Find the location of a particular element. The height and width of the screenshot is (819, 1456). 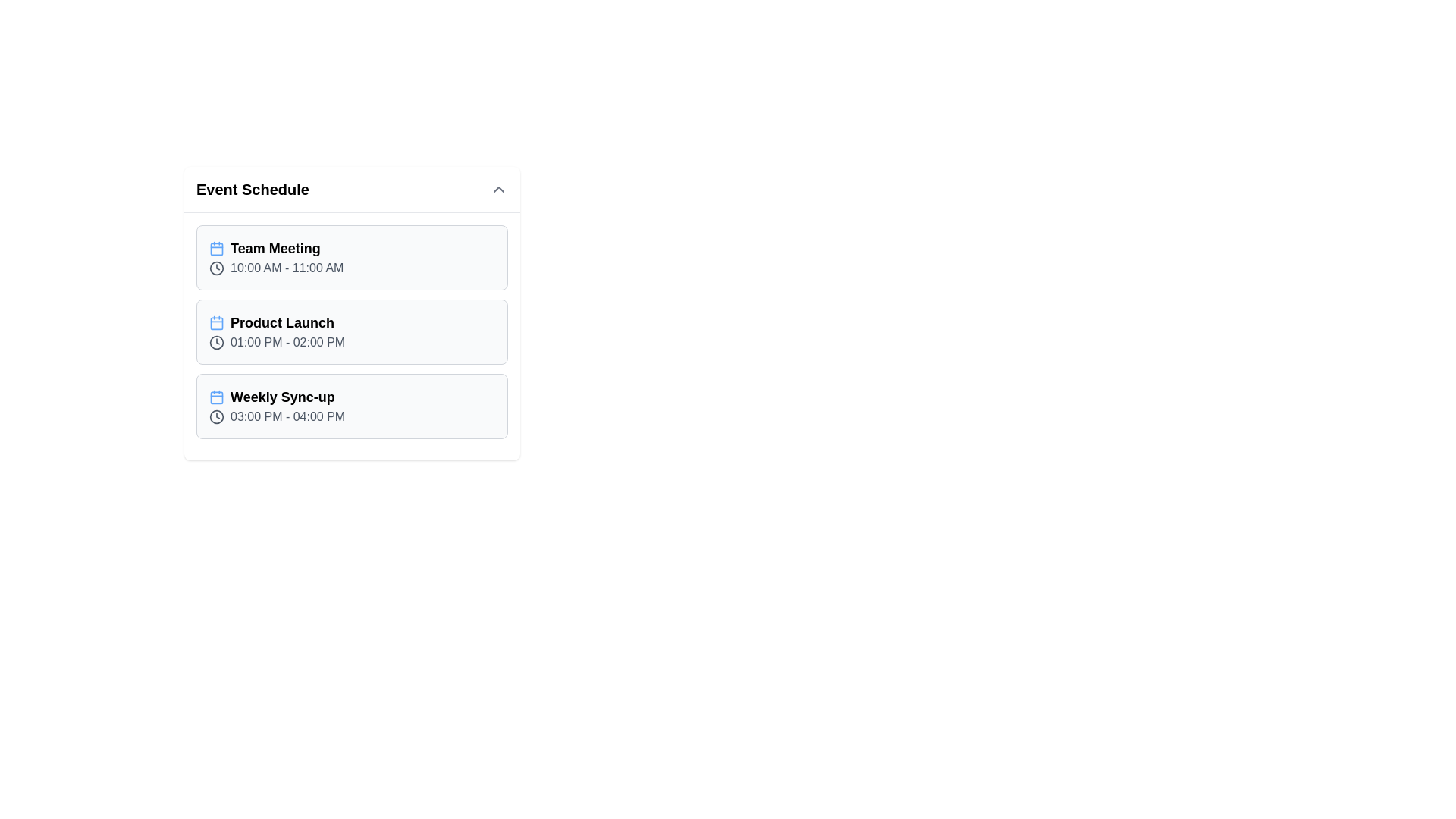

the calendar marker element positioned to the left of the 'Product Launch' event entry in the 'Event Schedule' list is located at coordinates (216, 322).